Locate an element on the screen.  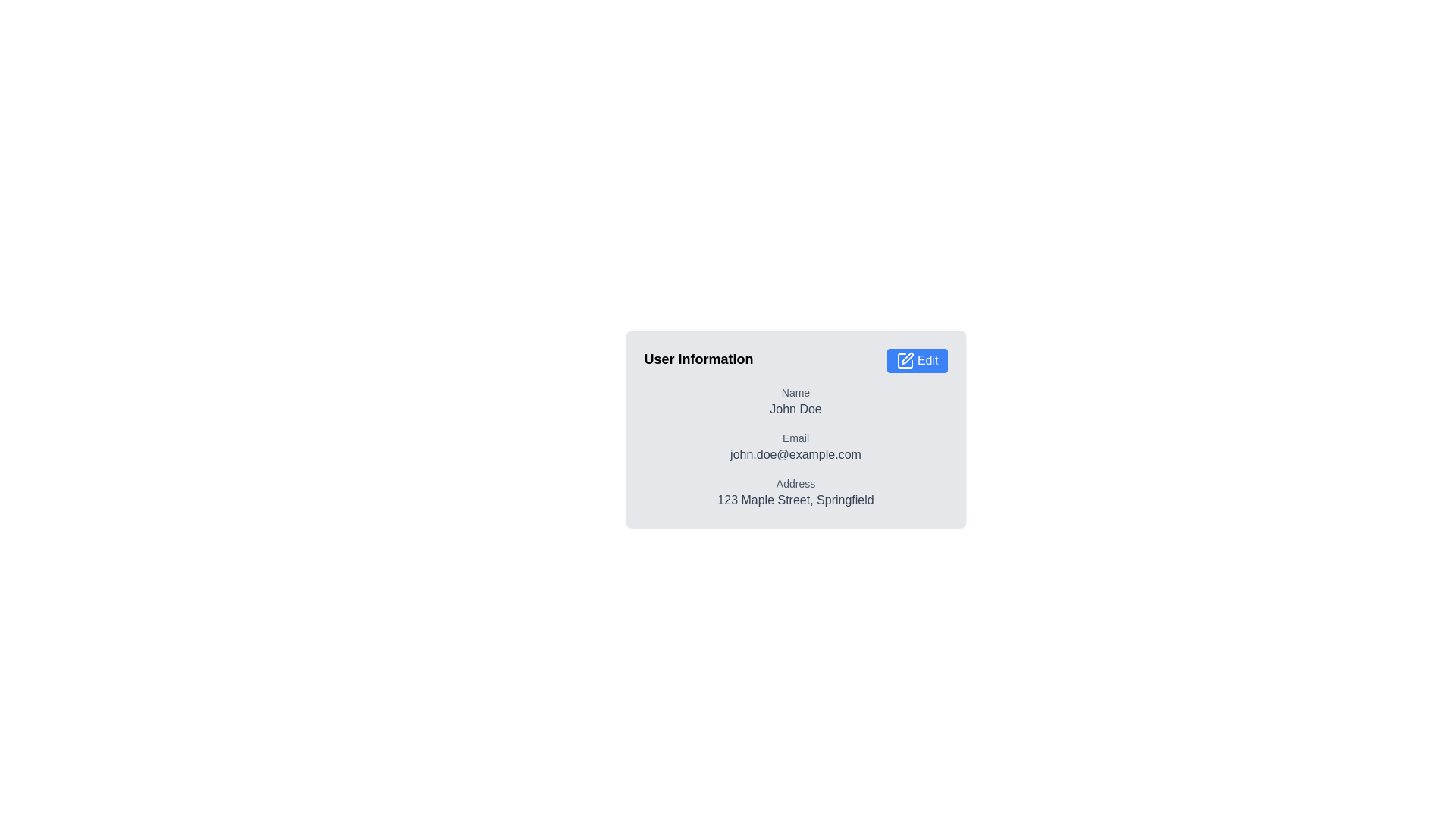
the Text Label displaying the user's address information, located at the bottom of the user information card, following the 'Email' entry is located at coordinates (795, 493).